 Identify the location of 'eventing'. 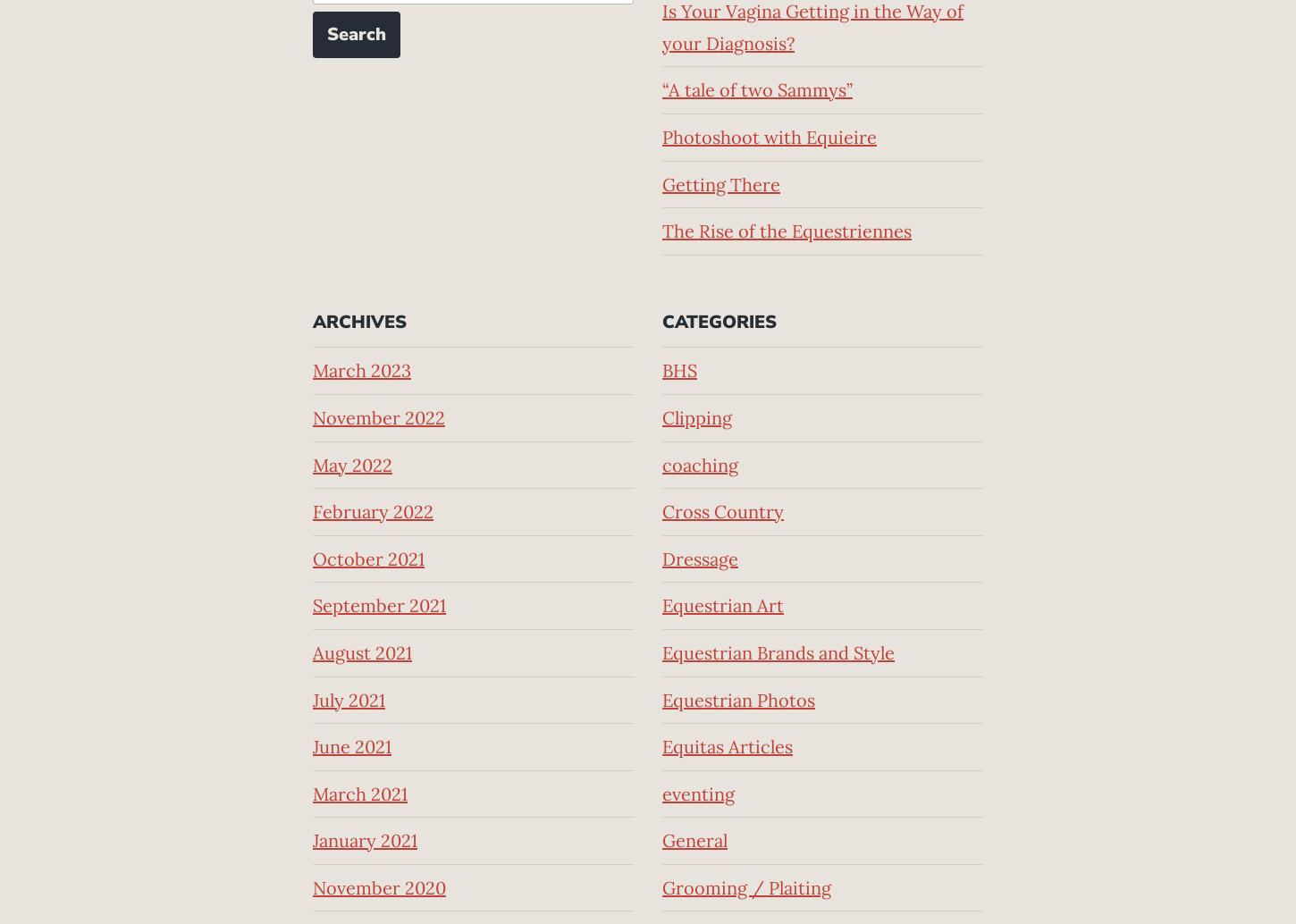
(661, 792).